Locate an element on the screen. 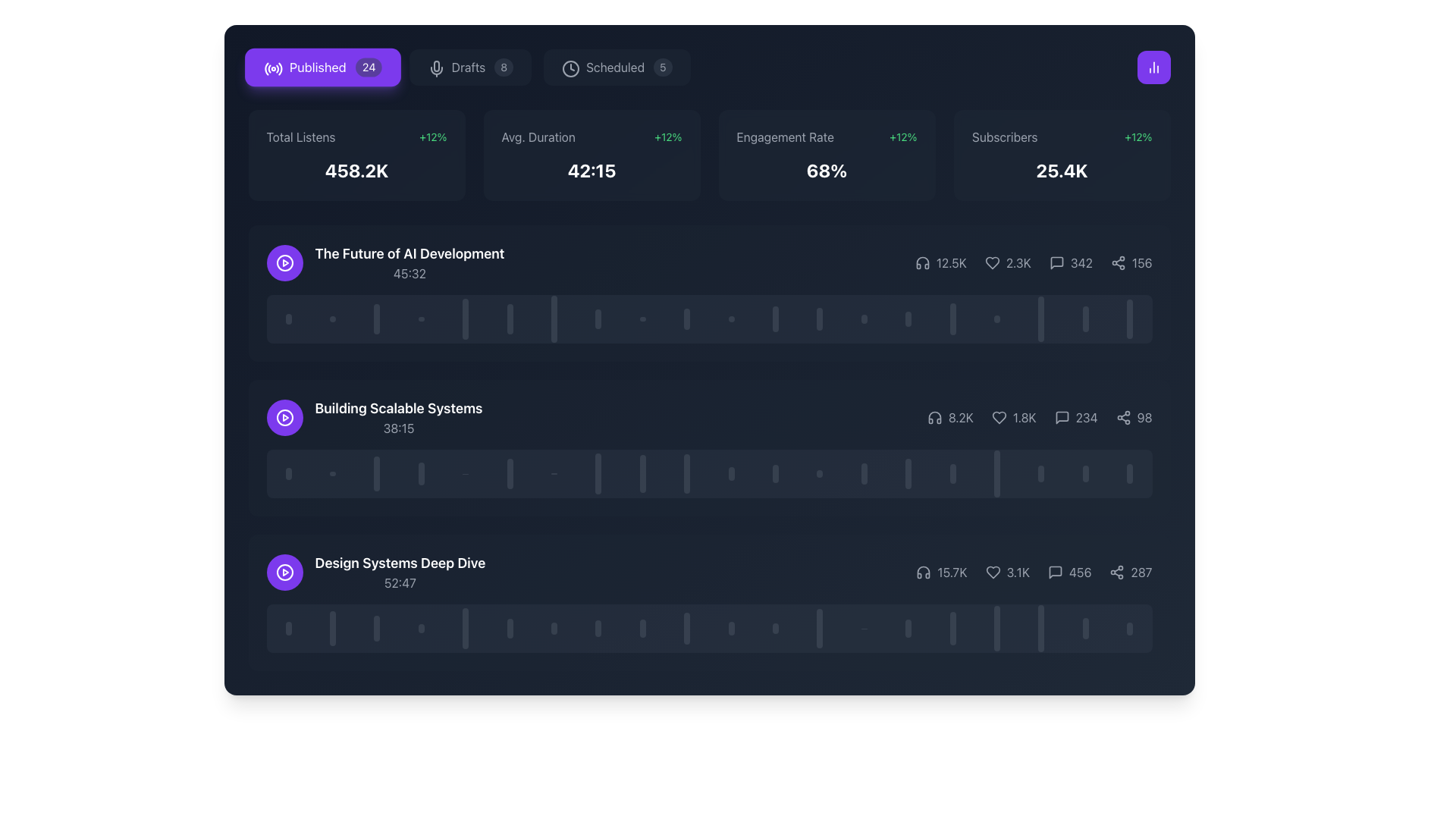  text value '3.1K' from the light gray text label located to the right of the heart-shaped icon, which indicates likes or interactions is located at coordinates (1018, 573).